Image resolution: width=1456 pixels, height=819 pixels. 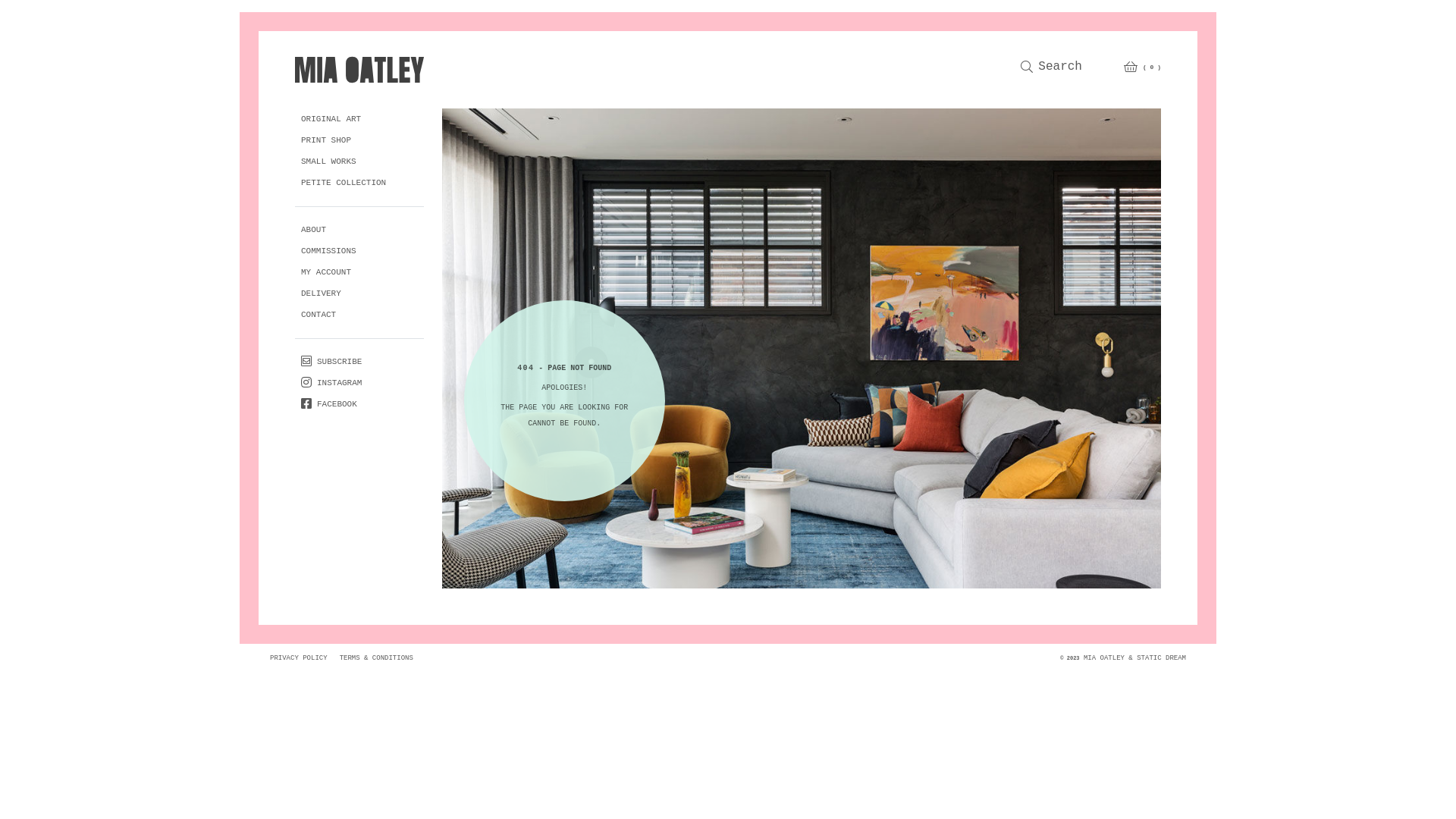 I want to click on 'Instagram', so click(x=330, y=382).